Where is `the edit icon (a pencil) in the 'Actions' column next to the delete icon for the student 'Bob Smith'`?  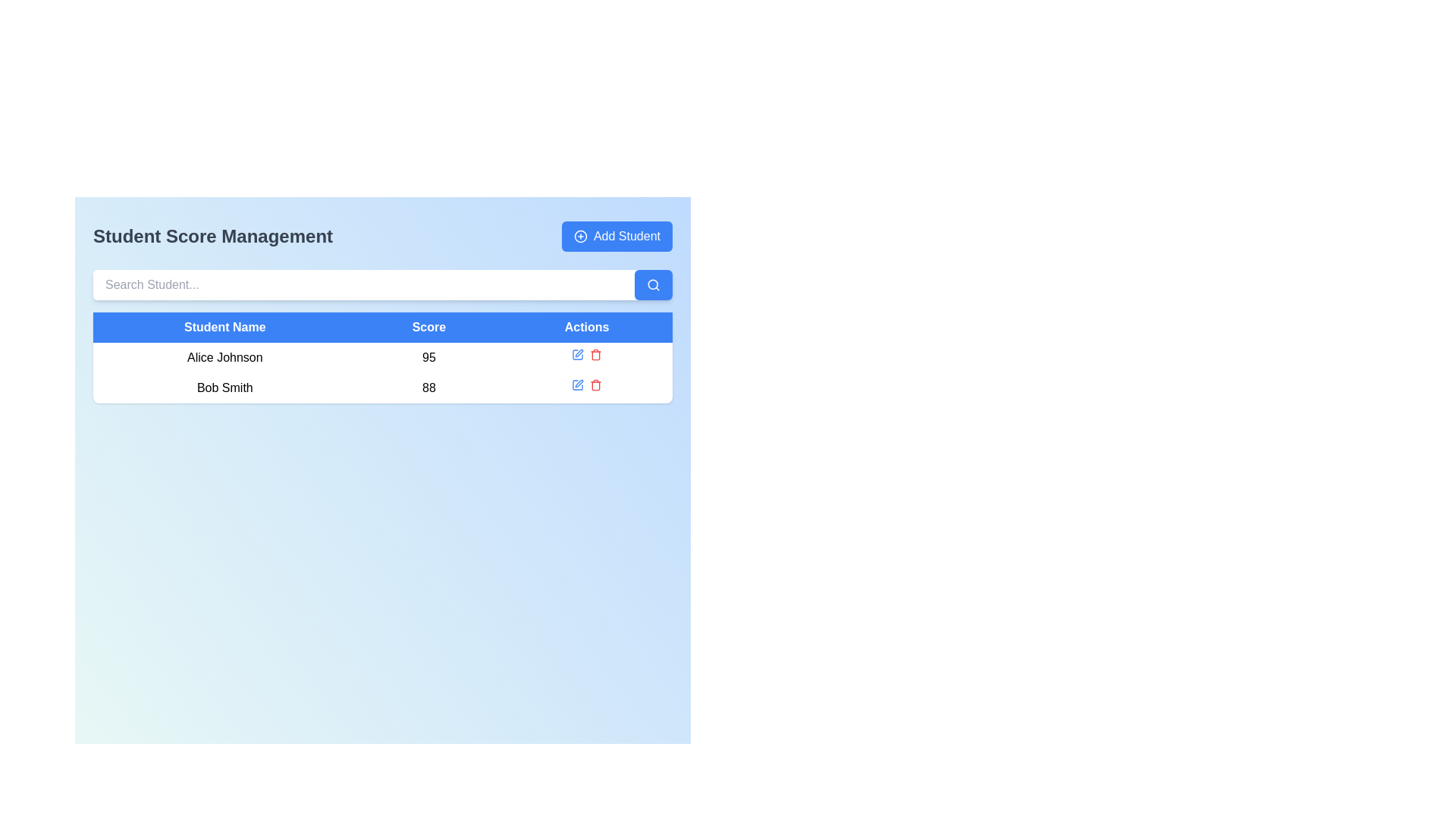 the edit icon (a pencil) in the 'Actions' column next to the delete icon for the student 'Bob Smith' is located at coordinates (578, 353).